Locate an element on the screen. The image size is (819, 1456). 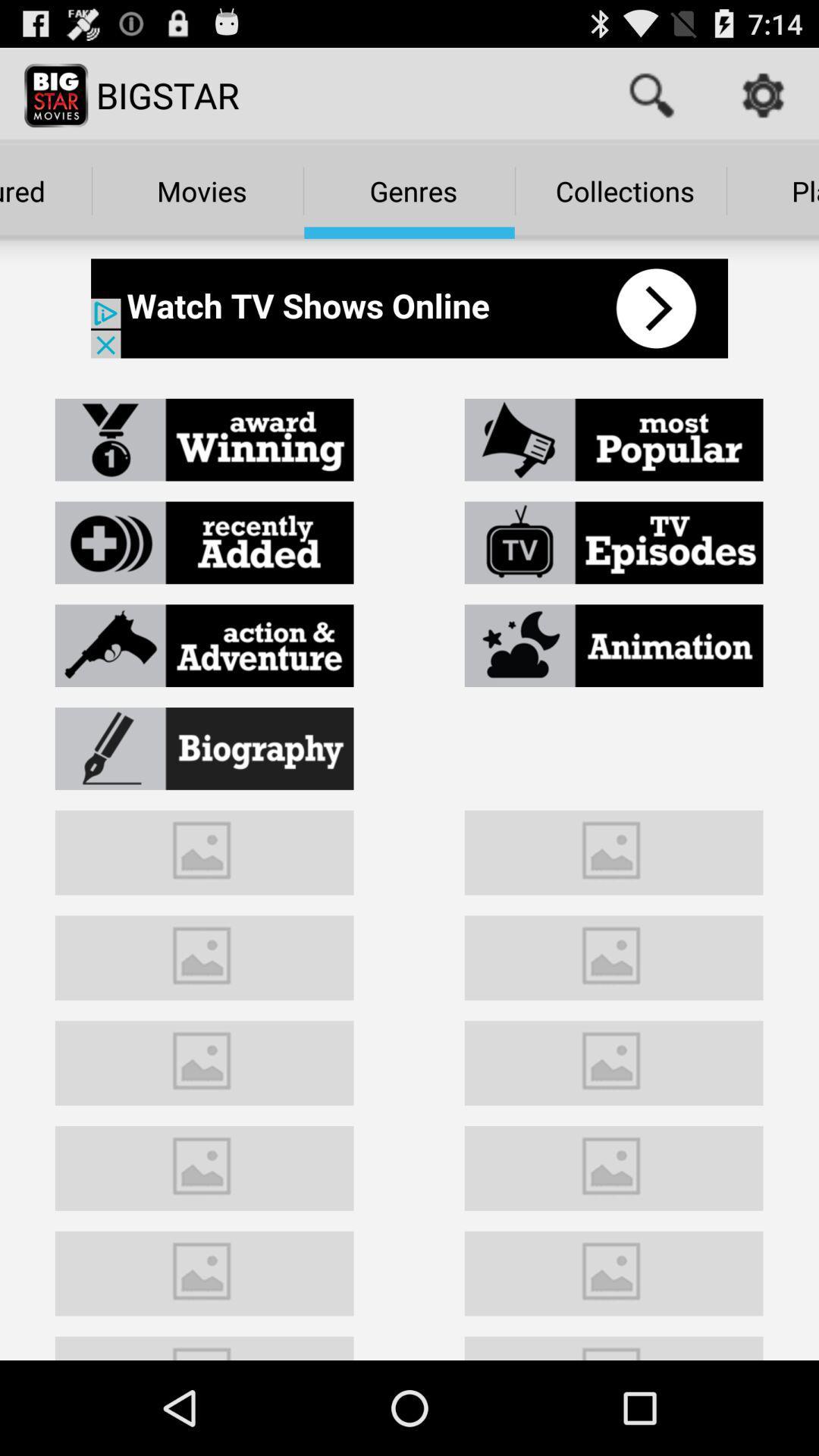
movies which is below bigstar is located at coordinates (197, 190).